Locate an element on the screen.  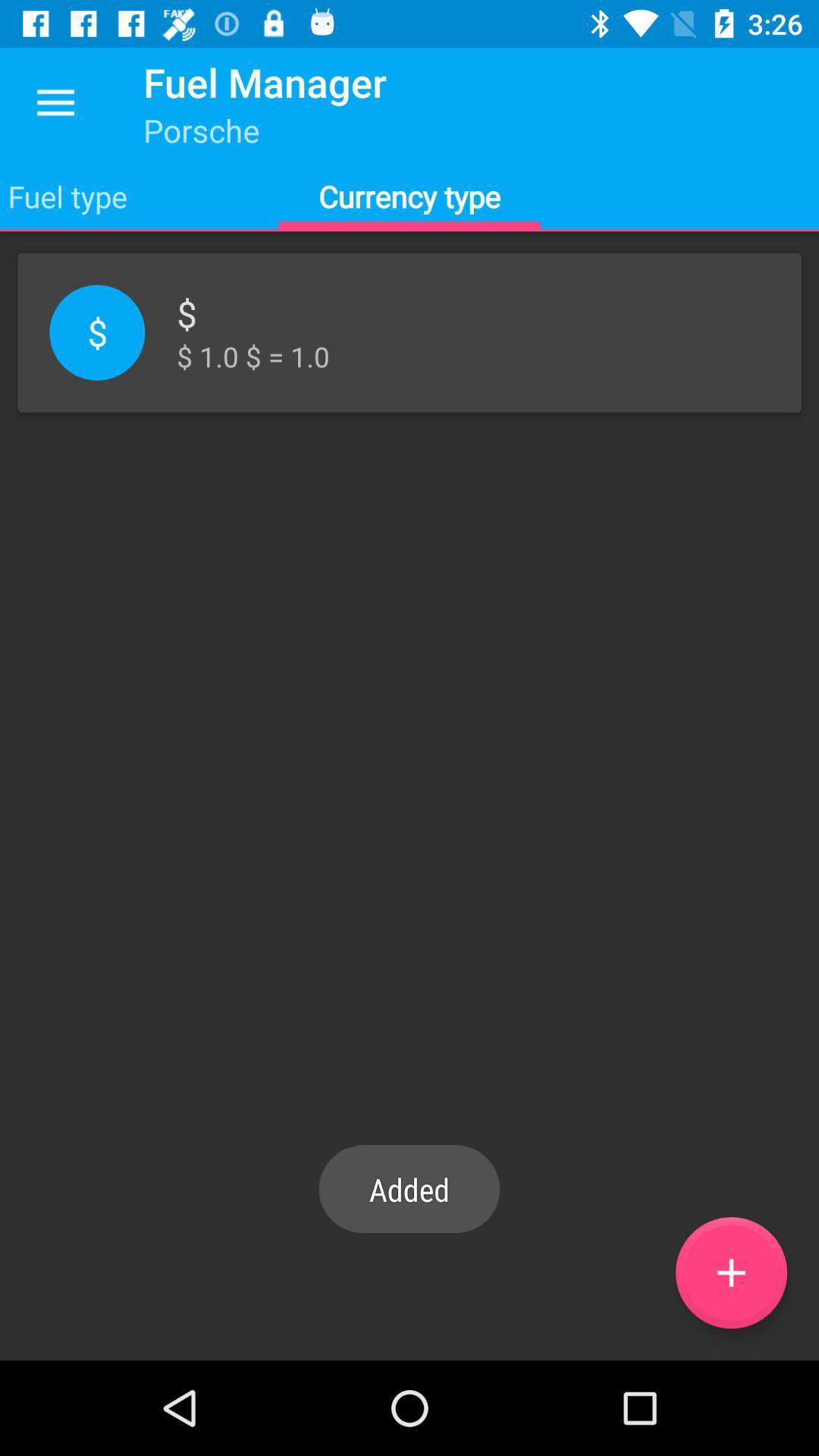
currency is located at coordinates (730, 1272).